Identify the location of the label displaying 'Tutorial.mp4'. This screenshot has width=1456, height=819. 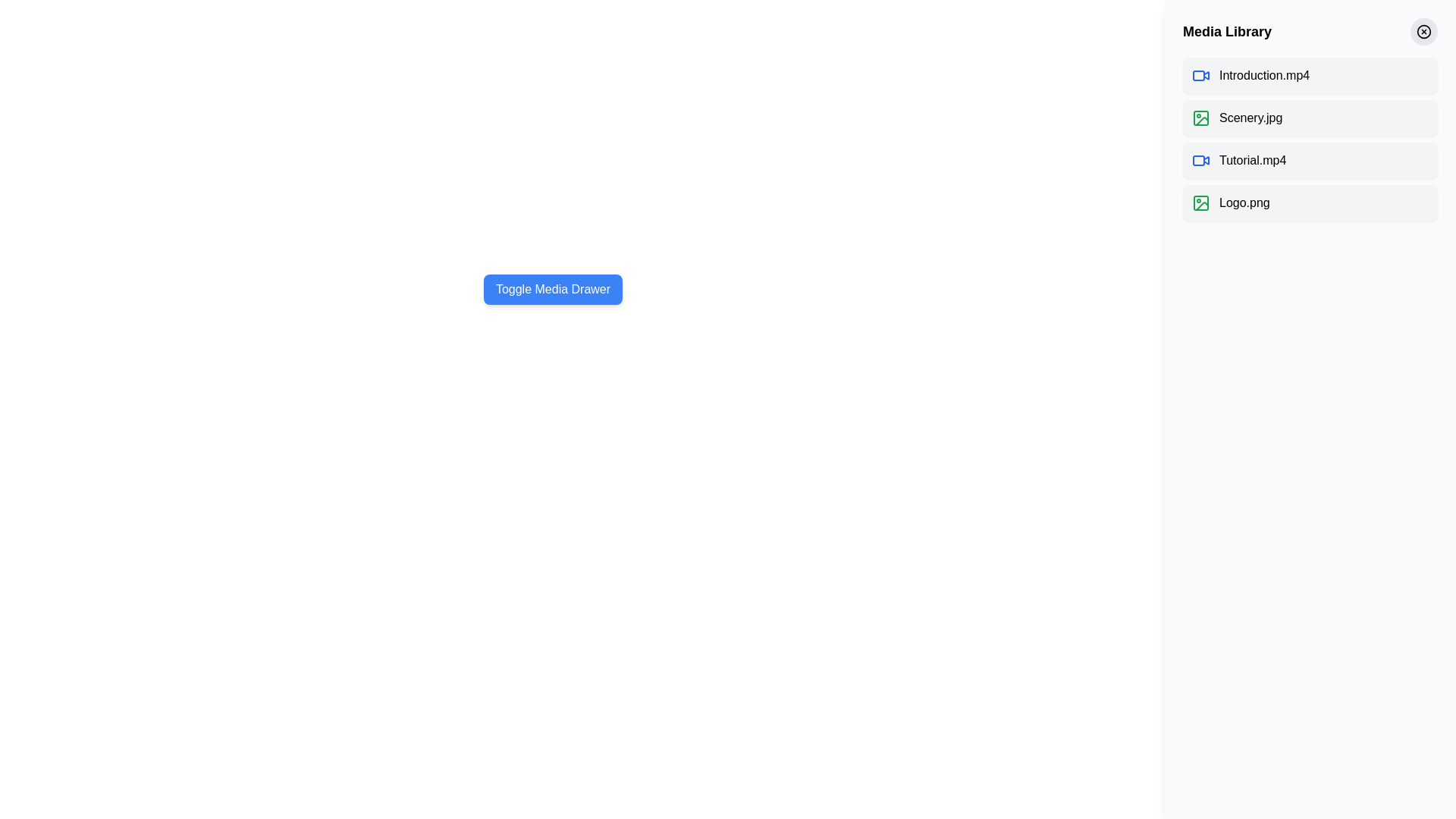
(1253, 161).